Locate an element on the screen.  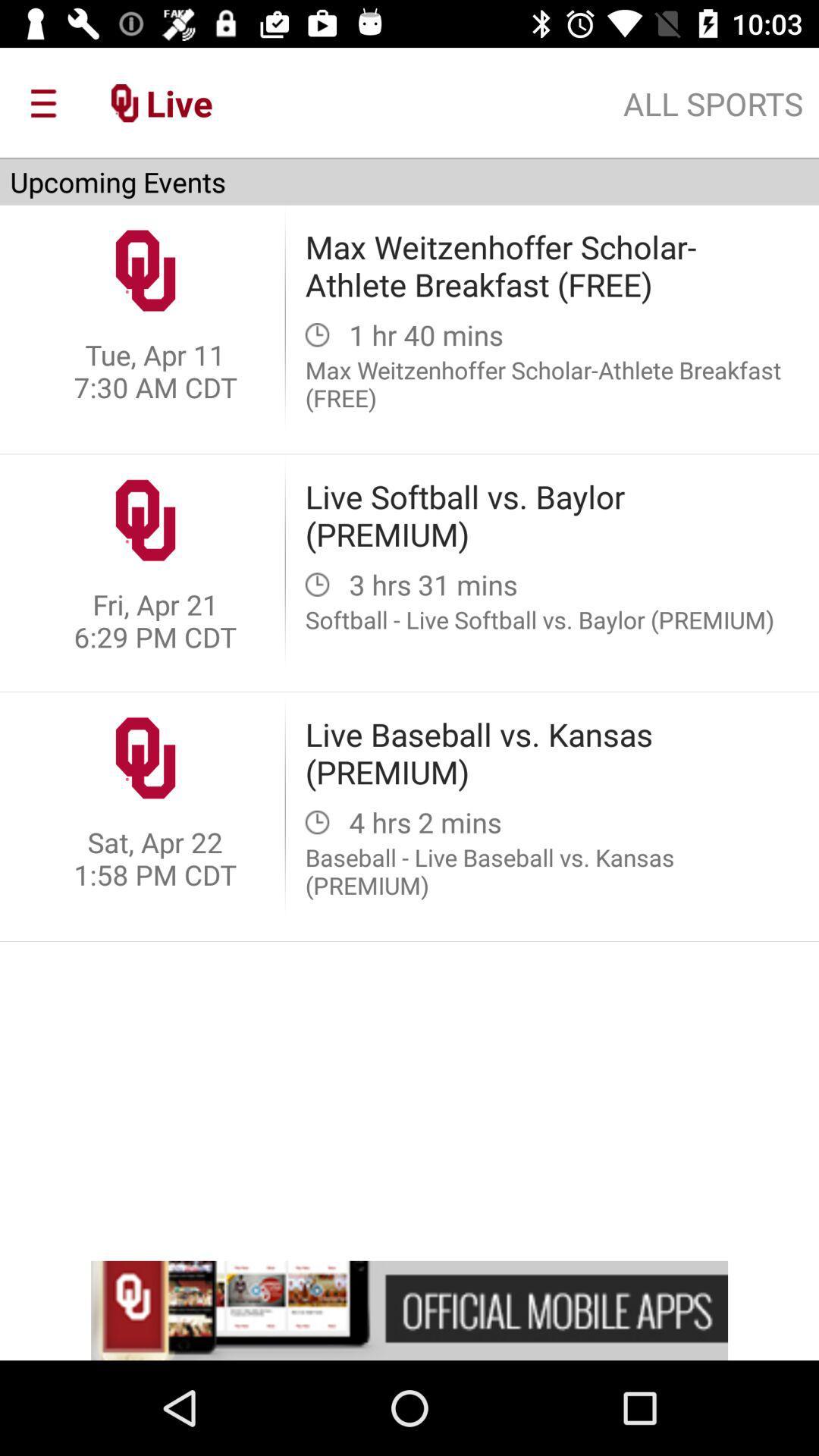
button at top right is located at coordinates (713, 103).